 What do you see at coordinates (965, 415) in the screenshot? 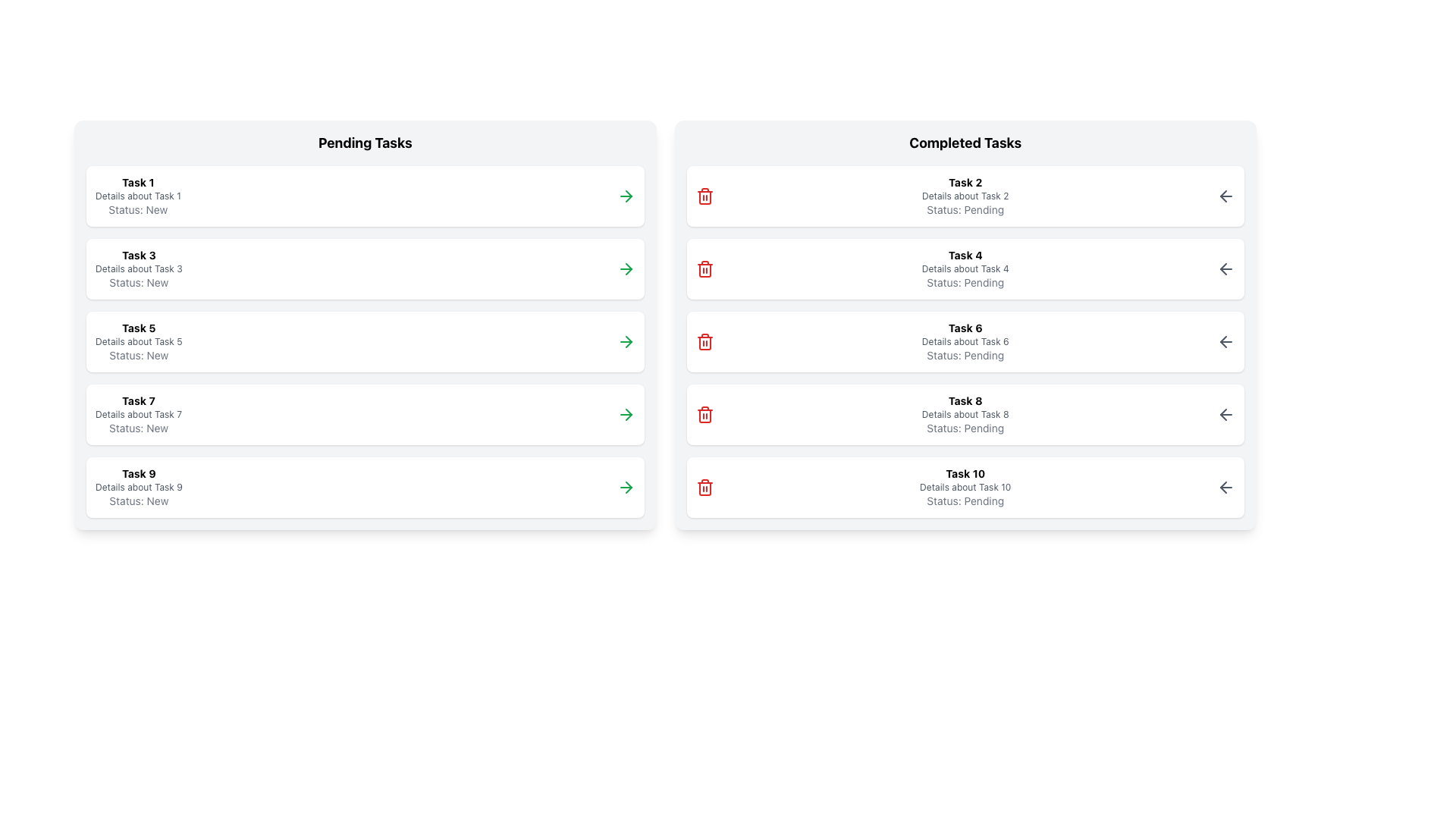
I see `the text label providing additional details about 'Task 8', positioned below its title and above the status information` at bounding box center [965, 415].